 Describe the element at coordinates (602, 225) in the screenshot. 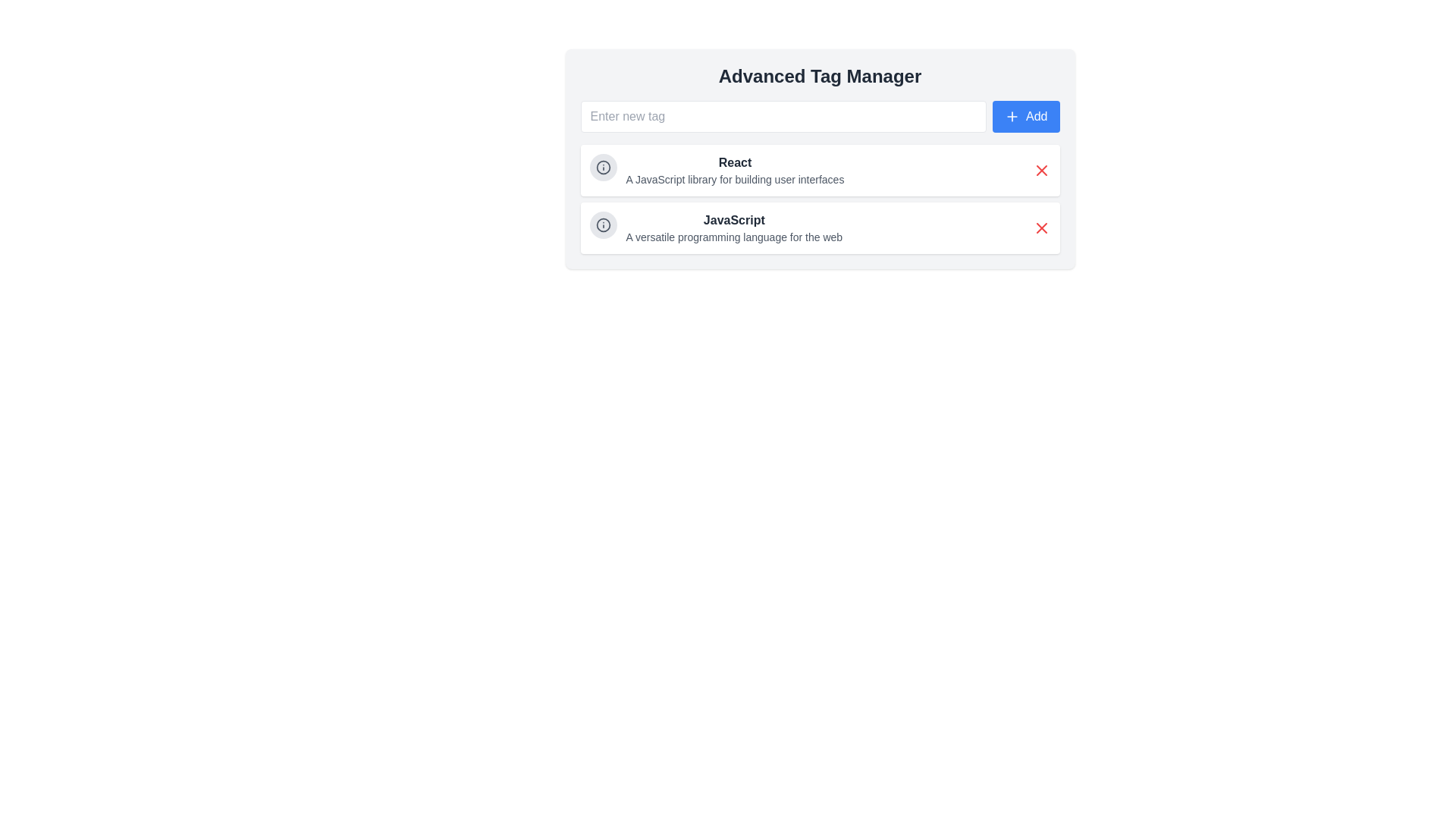

I see `the circular gray Icon button with an 'i' inside, located to the left of the text 'JavaScript' in the second list item` at that location.